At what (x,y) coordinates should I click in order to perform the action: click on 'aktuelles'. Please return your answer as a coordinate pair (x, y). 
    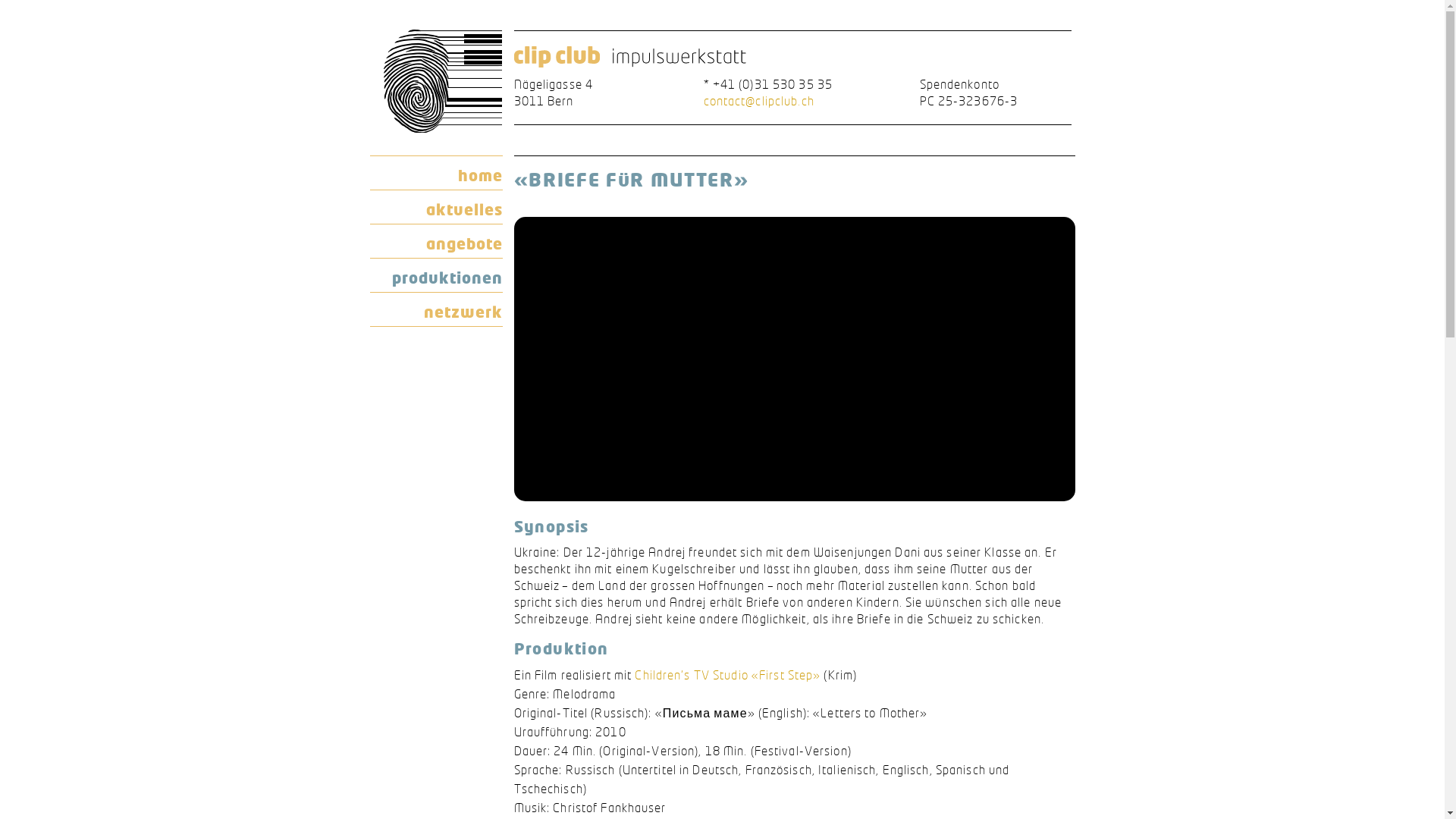
    Looking at the image, I should click on (435, 207).